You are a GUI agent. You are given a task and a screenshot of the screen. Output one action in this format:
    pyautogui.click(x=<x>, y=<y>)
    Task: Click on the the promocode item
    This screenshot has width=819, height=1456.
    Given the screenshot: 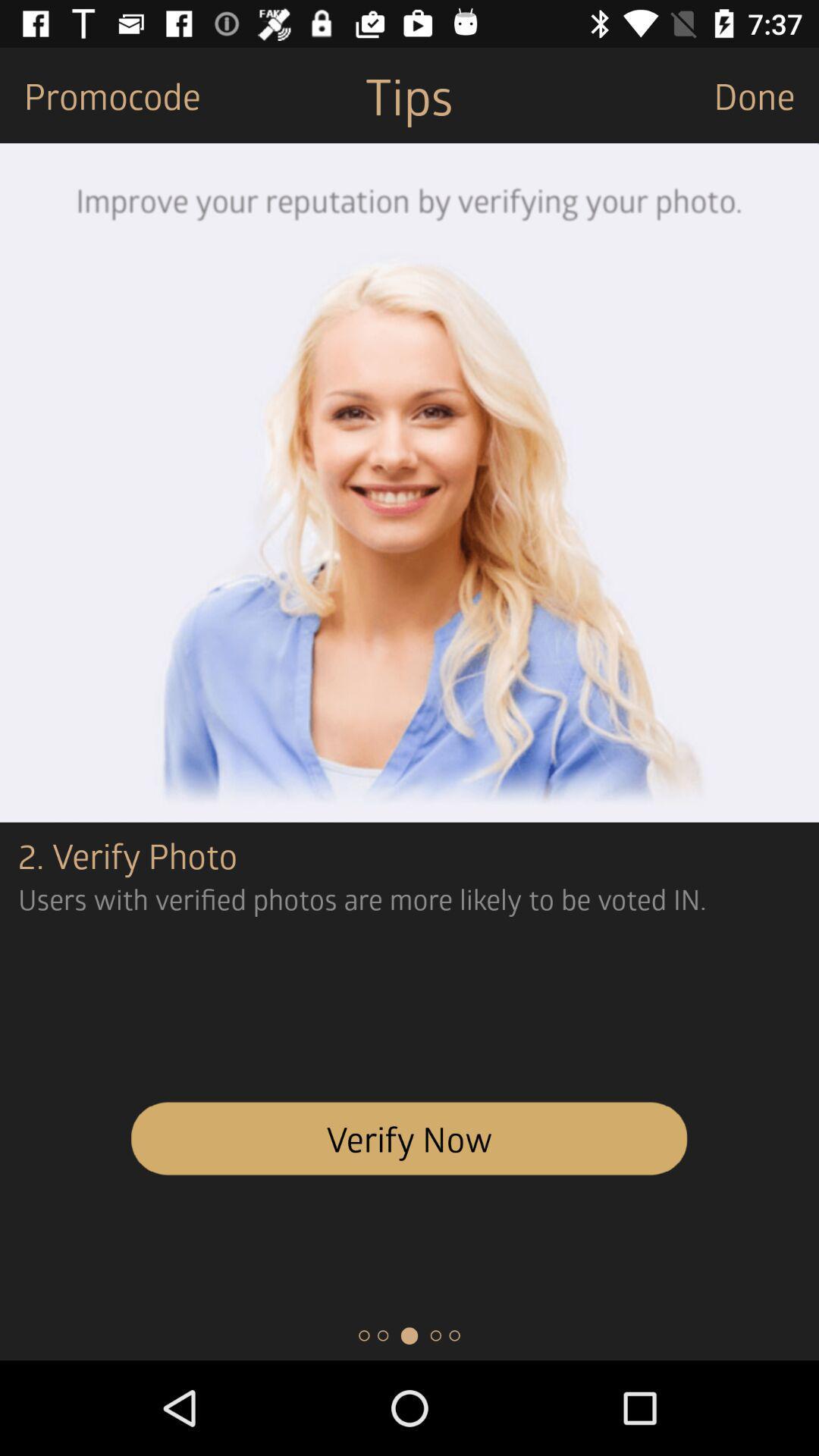 What is the action you would take?
    pyautogui.click(x=100, y=94)
    